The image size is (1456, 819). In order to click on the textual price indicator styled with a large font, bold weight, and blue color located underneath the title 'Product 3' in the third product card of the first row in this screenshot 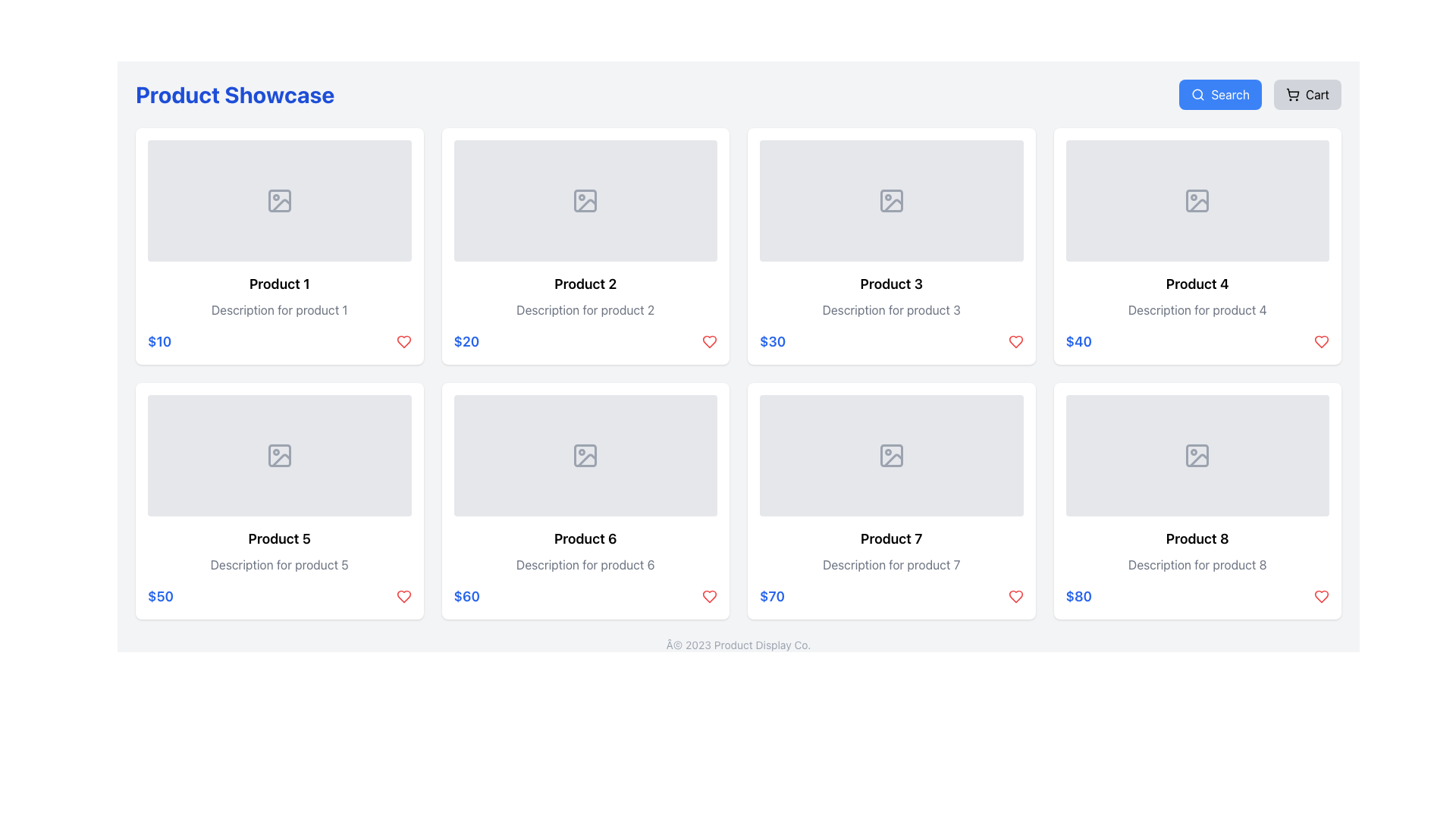, I will do `click(773, 342)`.